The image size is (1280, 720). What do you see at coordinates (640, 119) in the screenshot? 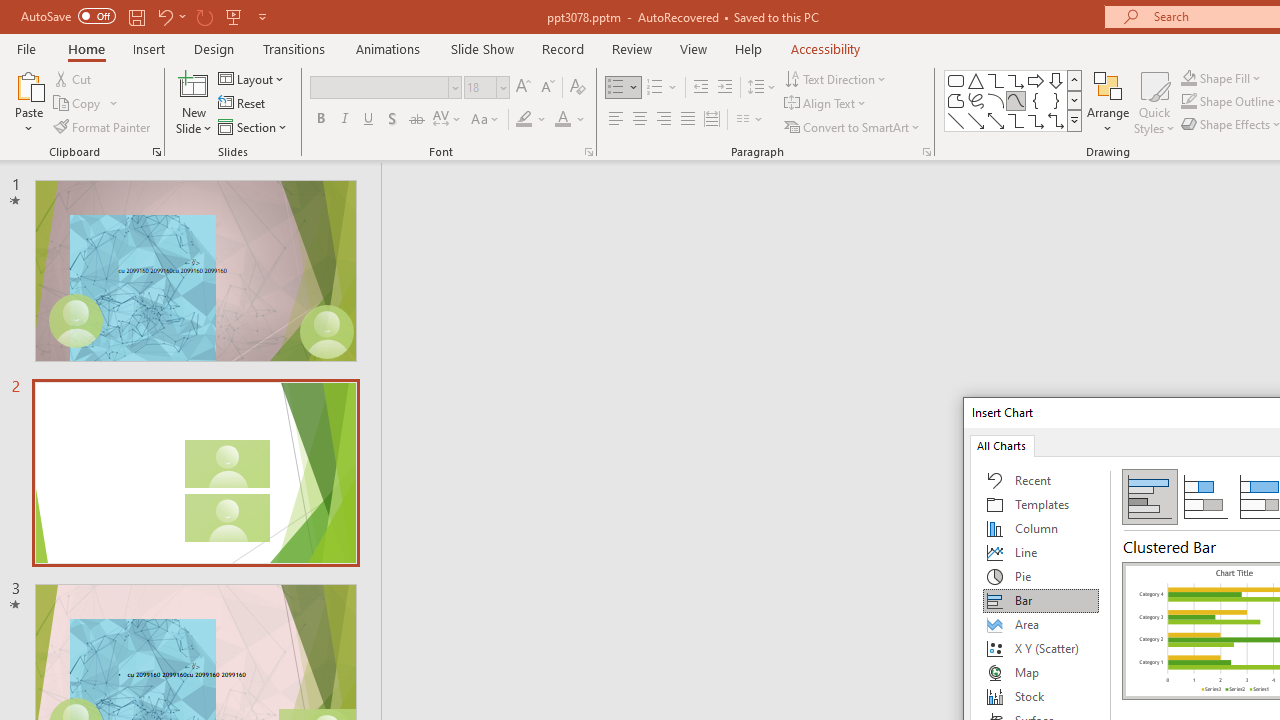
I see `'Center'` at bounding box center [640, 119].